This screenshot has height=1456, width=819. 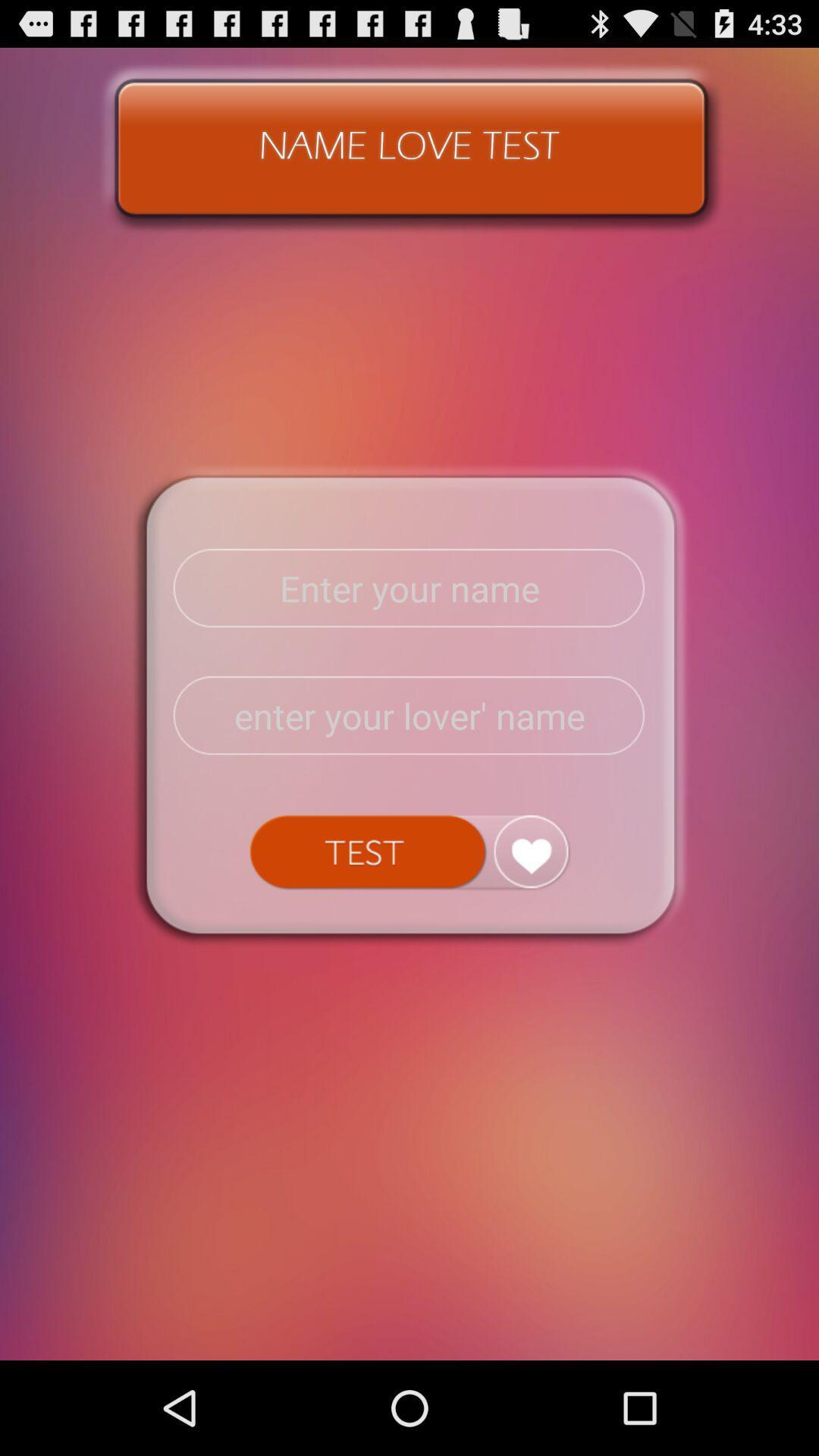 What do you see at coordinates (409, 715) in the screenshot?
I see `lover 's name` at bounding box center [409, 715].